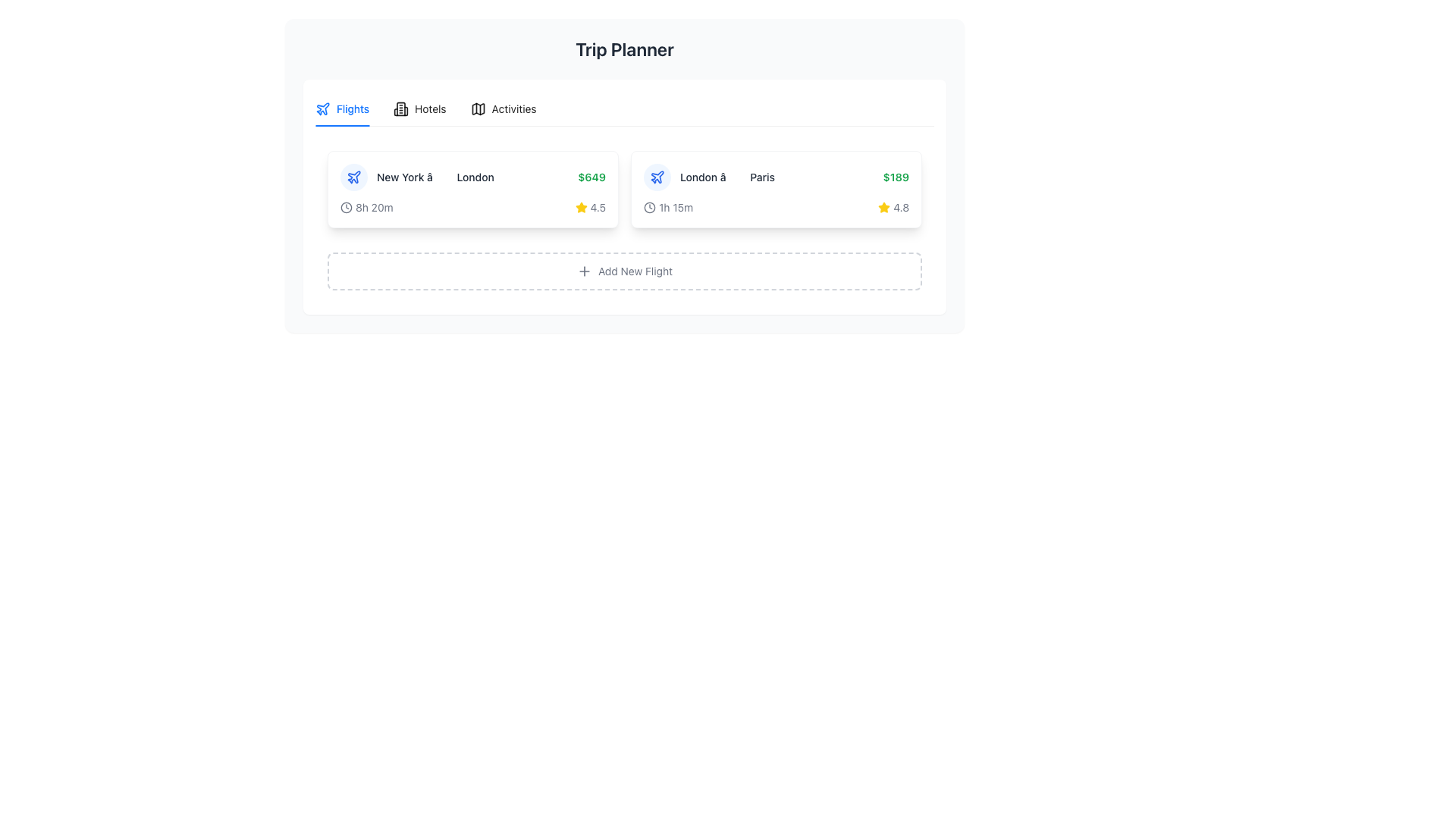 The image size is (1456, 819). Describe the element at coordinates (591, 177) in the screenshot. I see `the static text displaying the cost of the flight from New York to London, which is located under the 'Flights' tab, towards the right end of the segment` at that location.